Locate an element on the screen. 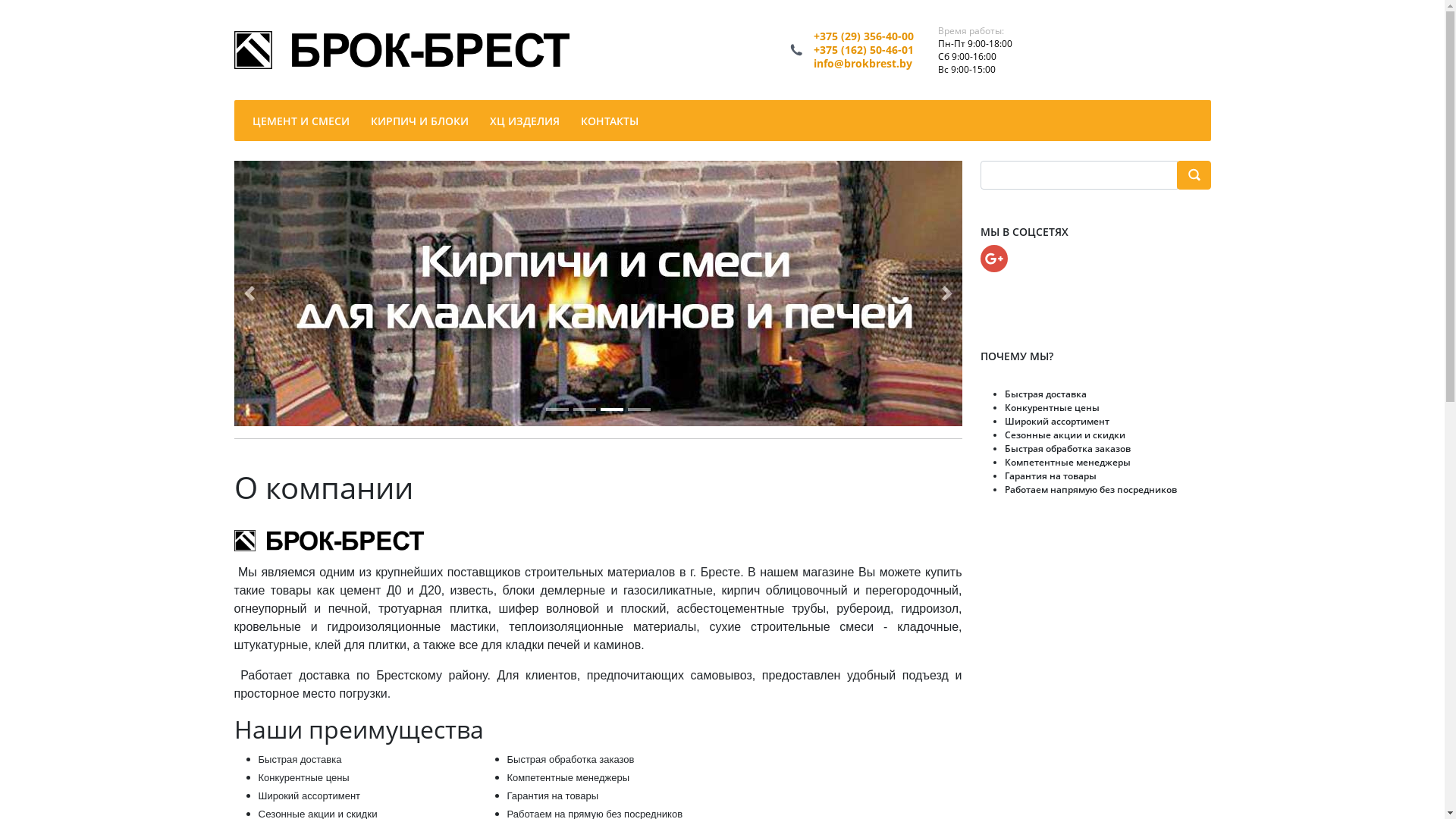 This screenshot has width=1456, height=819. ' ' is located at coordinates (1193, 174).